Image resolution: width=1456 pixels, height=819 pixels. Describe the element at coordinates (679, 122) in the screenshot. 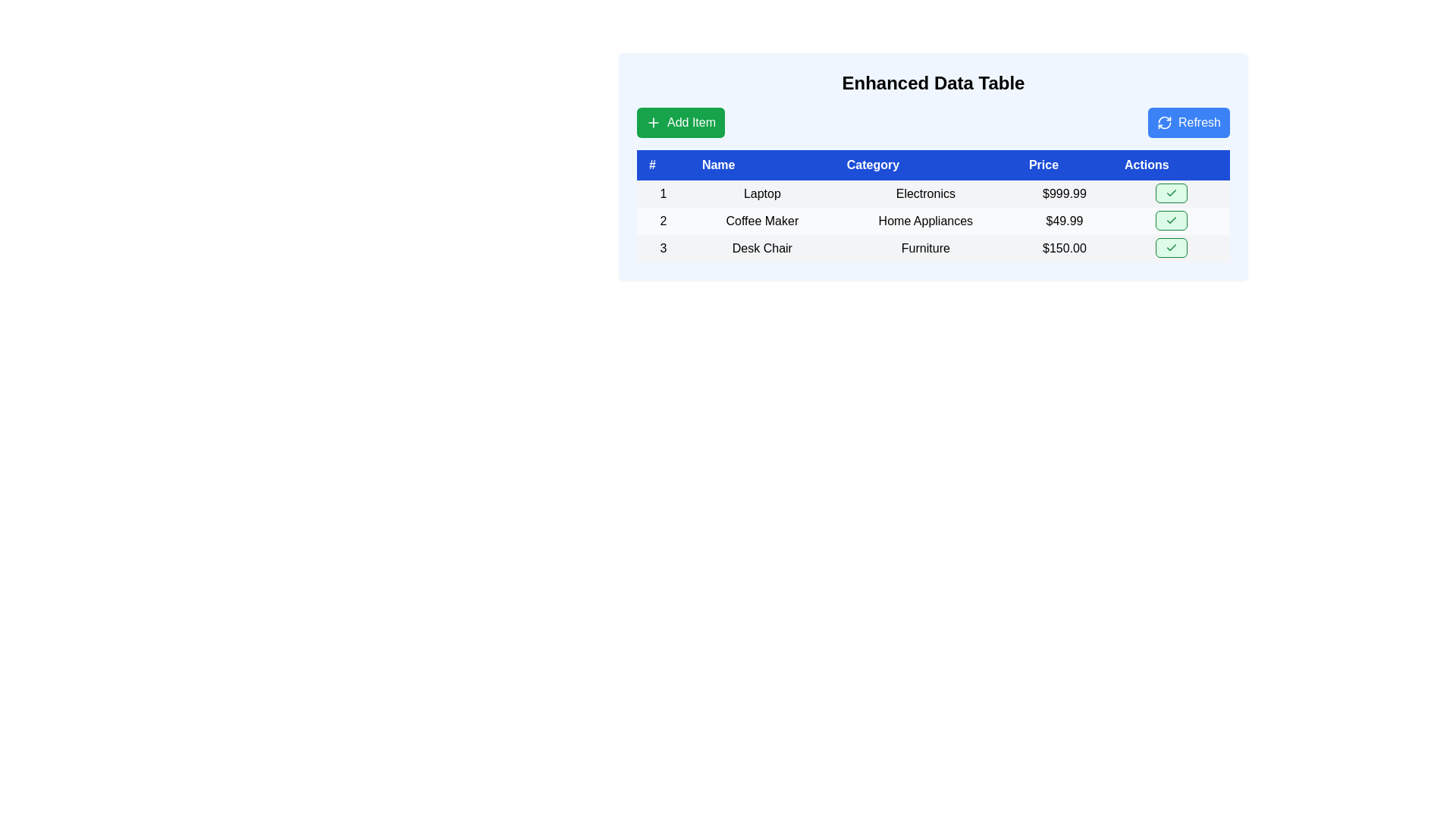

I see `the 'Add New Item' button located in the upper-left section of the interface` at that location.